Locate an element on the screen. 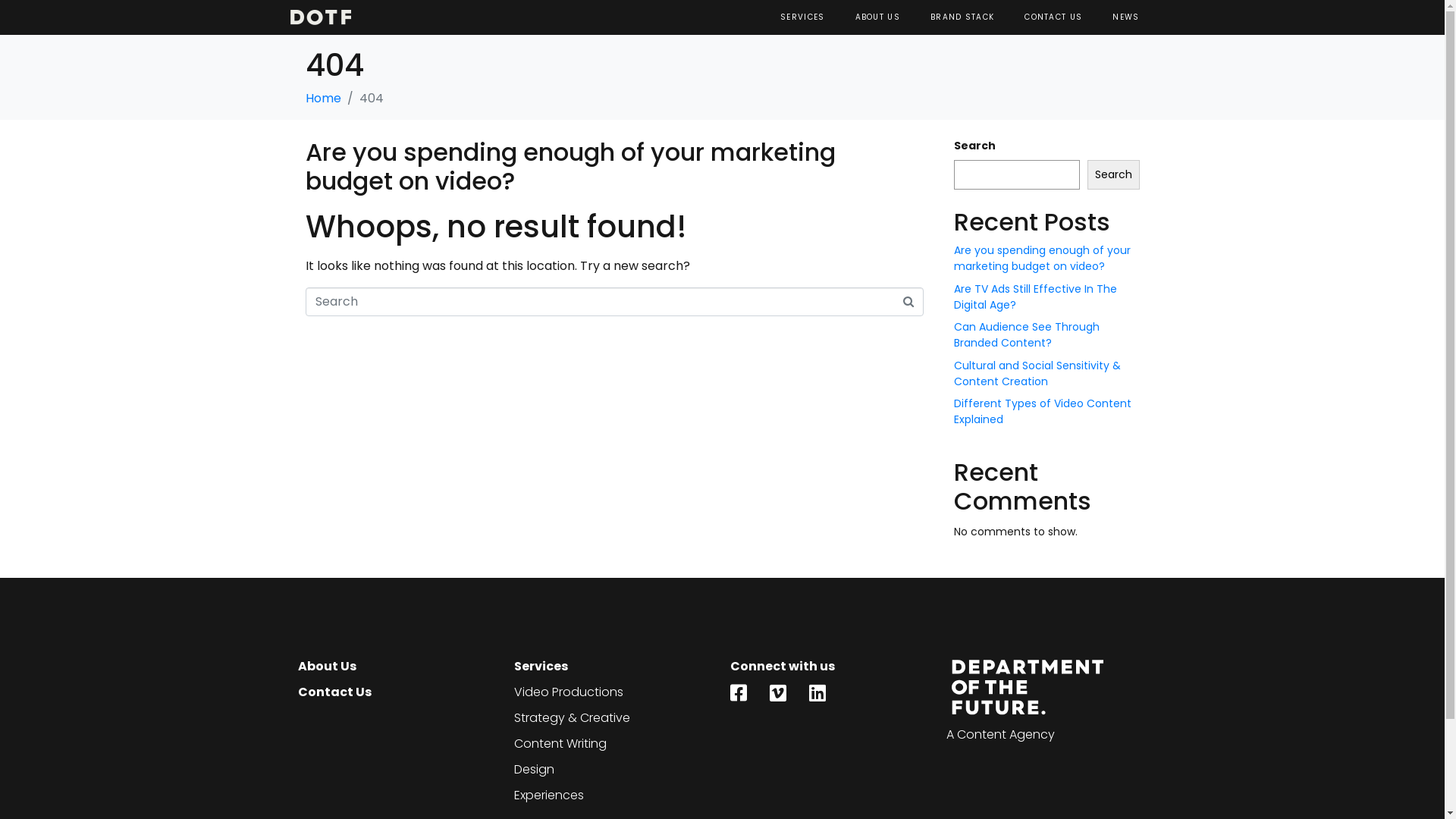 The width and height of the screenshot is (1456, 819). 'Video Productions' is located at coordinates (614, 692).